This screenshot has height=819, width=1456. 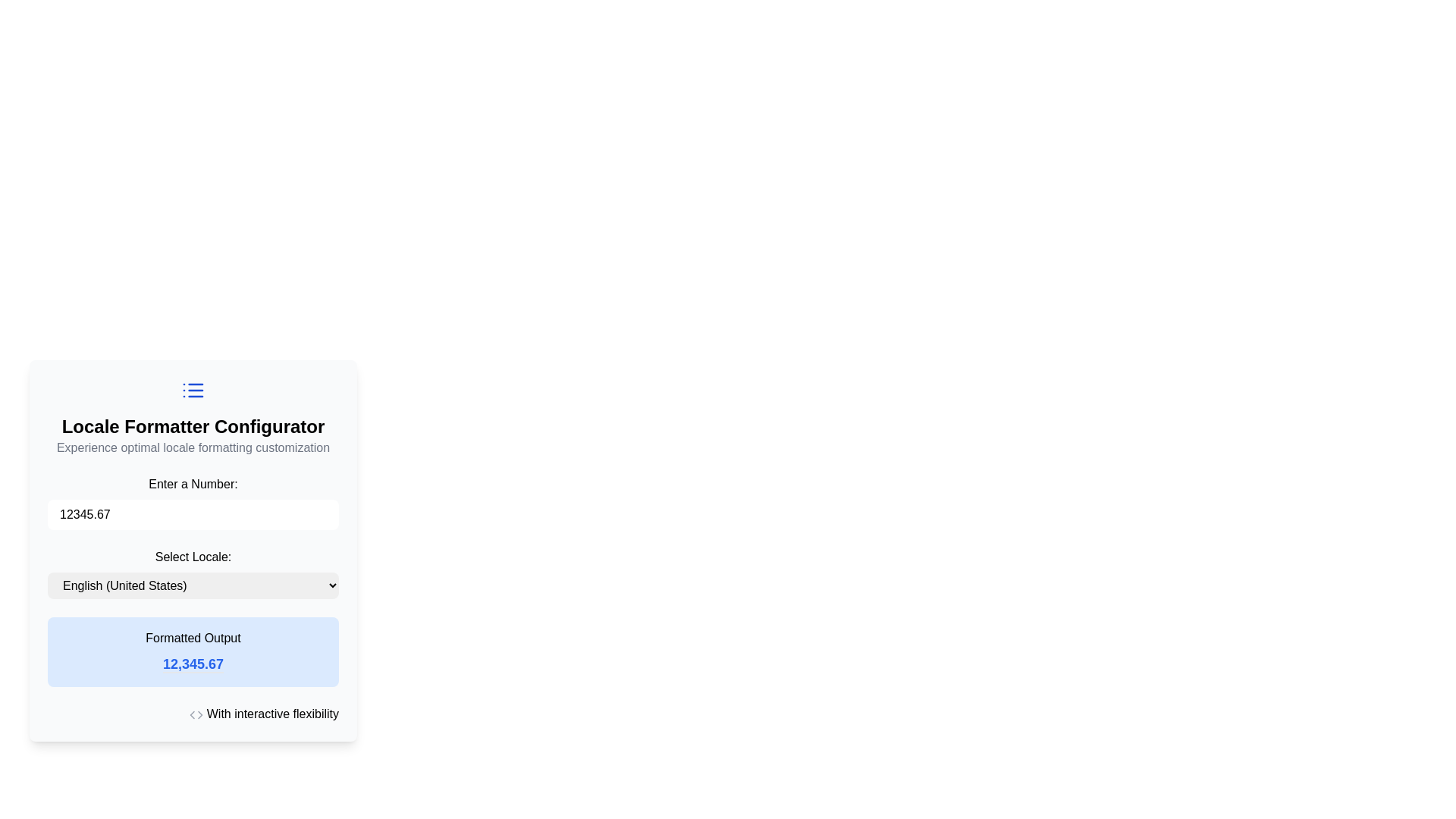 What do you see at coordinates (192, 714) in the screenshot?
I see `the text that reads 'With interactive flexibility', which is right-aligned and located at the bottom of the panel, just below the 'Formatted Output' section` at bounding box center [192, 714].